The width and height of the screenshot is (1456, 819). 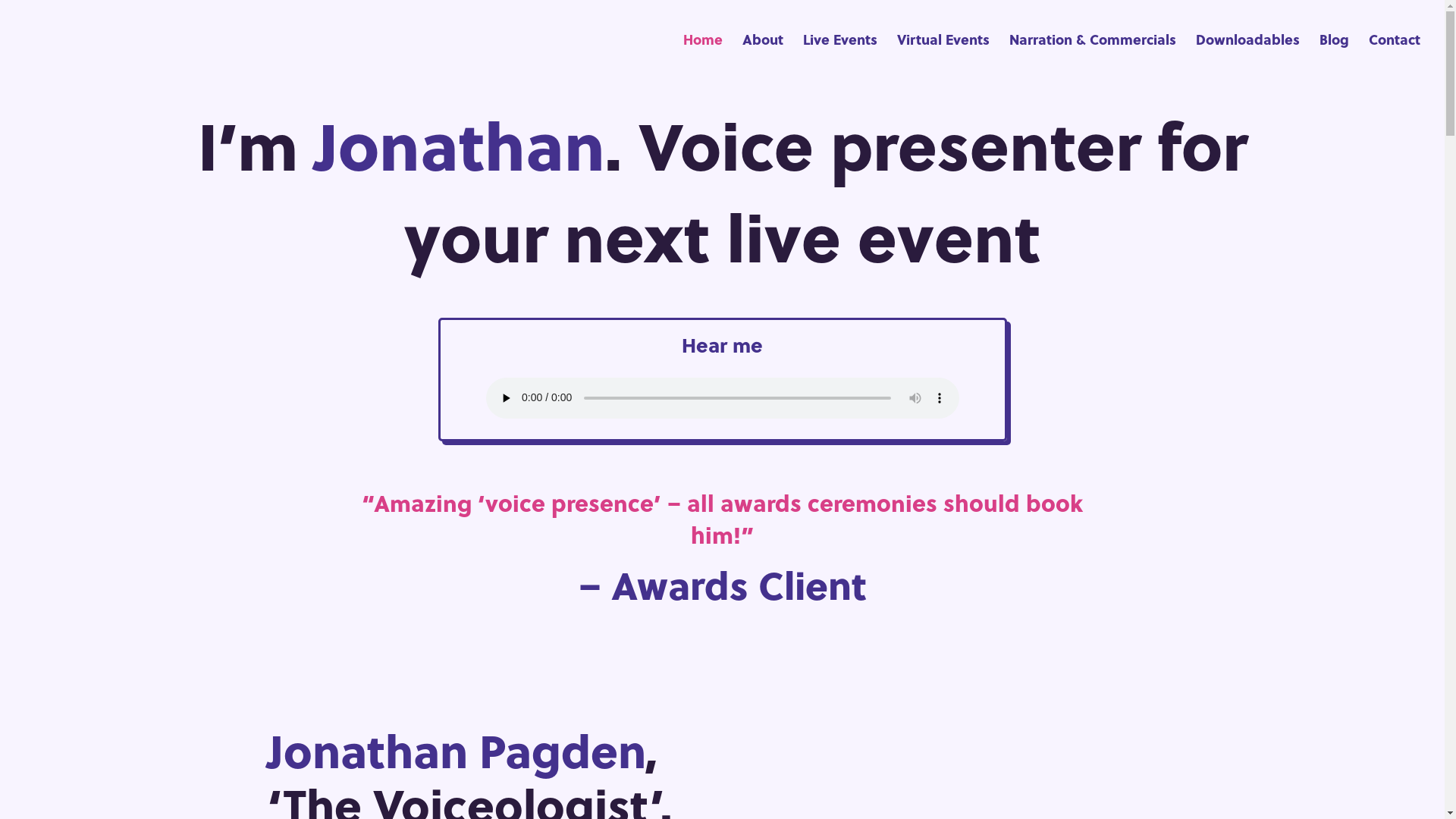 I want to click on 'Blog', so click(x=1333, y=55).